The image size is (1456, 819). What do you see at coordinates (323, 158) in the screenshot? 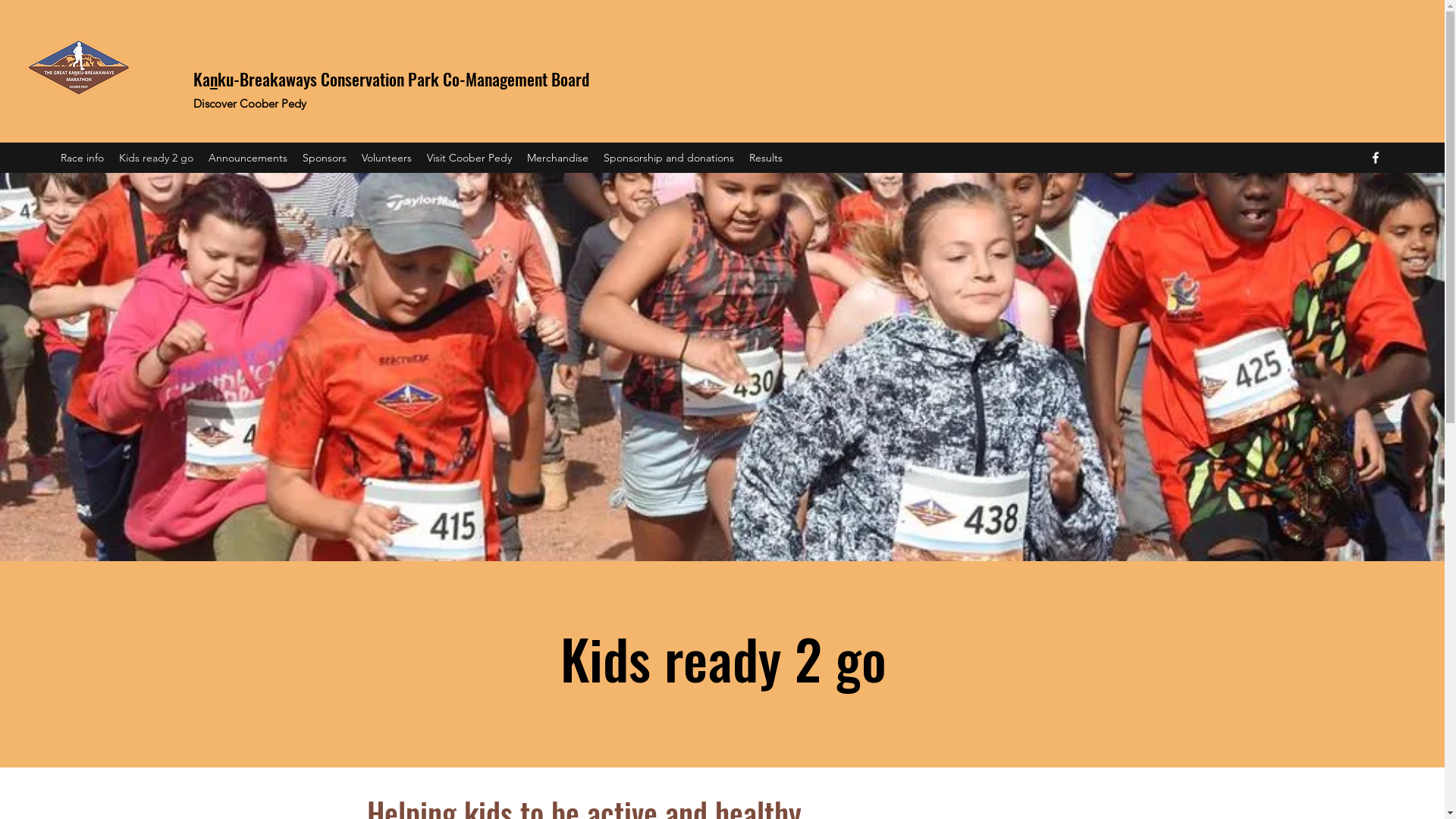
I see `'Sponsors'` at bounding box center [323, 158].